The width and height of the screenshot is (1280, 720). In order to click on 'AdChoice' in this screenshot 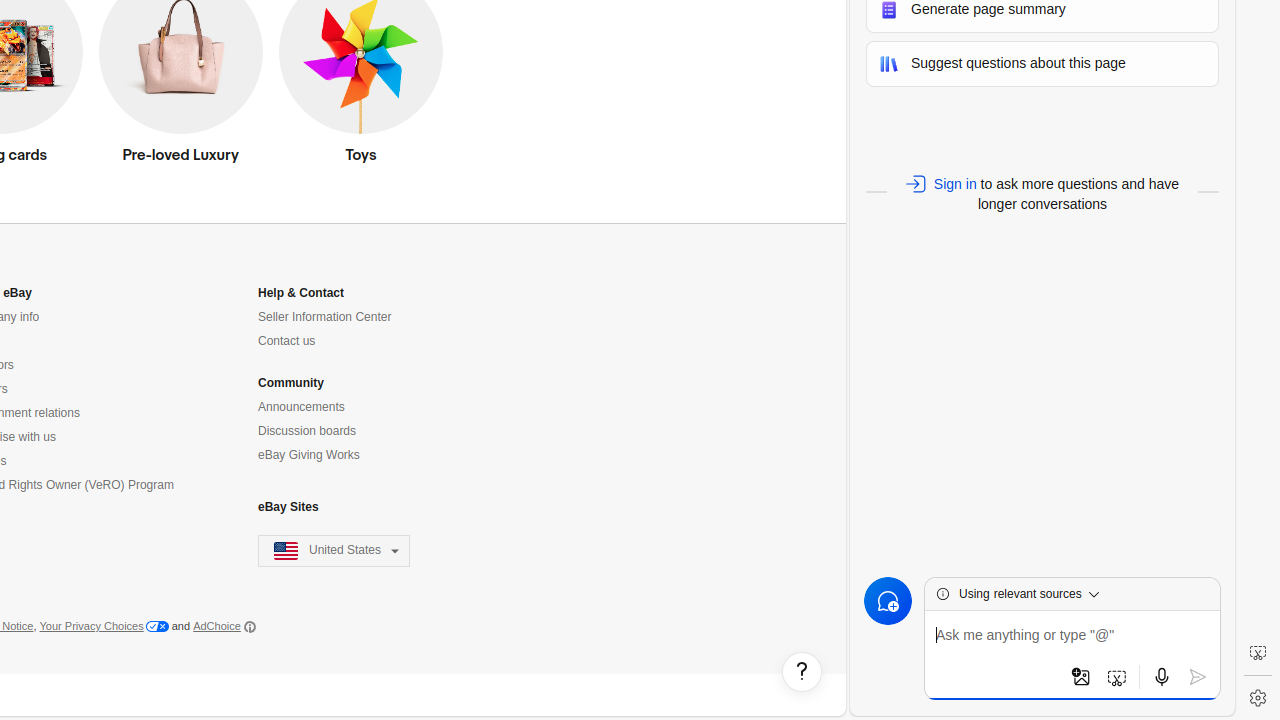, I will do `click(224, 625)`.